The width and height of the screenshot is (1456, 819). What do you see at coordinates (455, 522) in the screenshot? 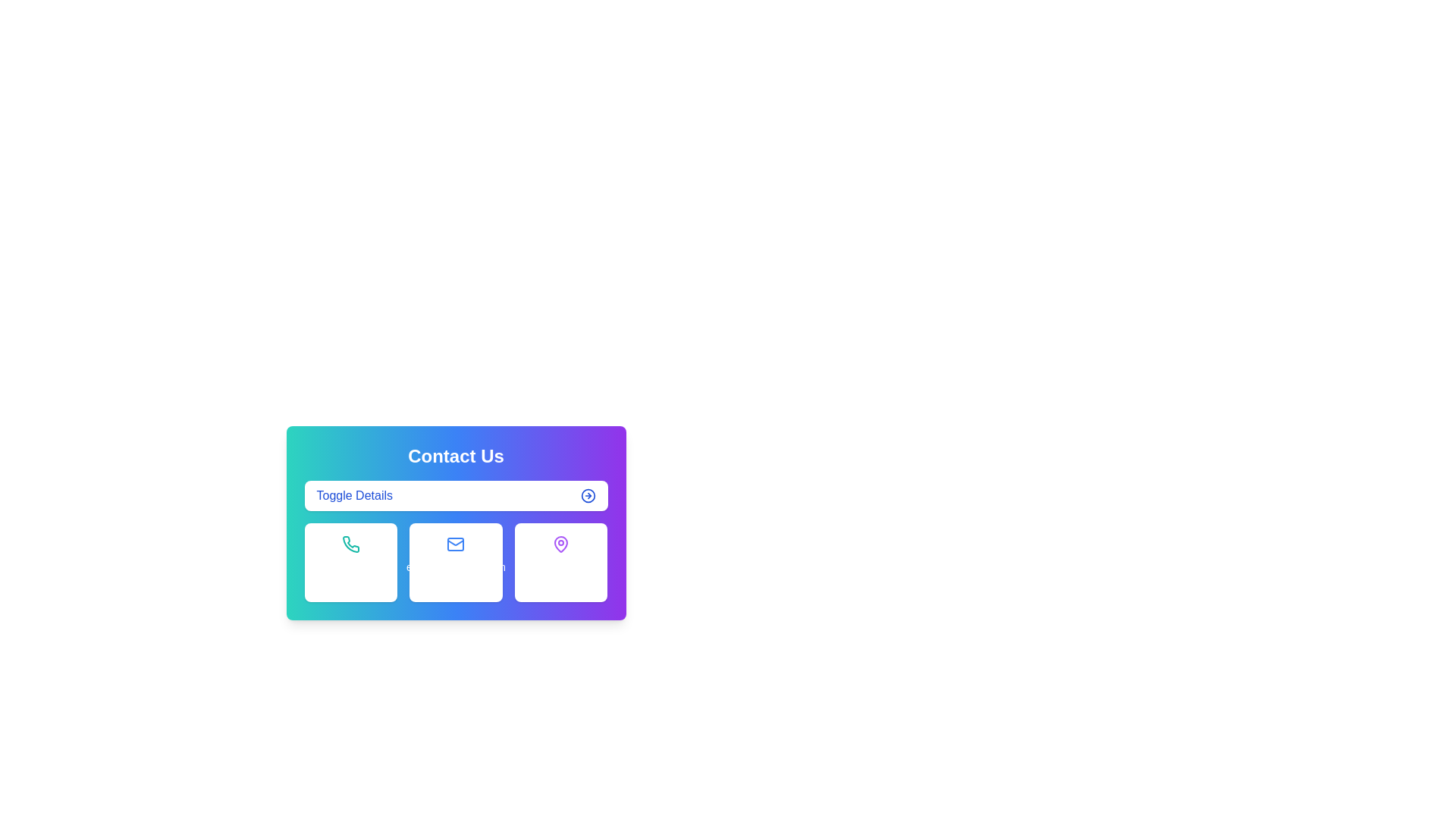
I see `the email text in the Contact Information Card` at bounding box center [455, 522].